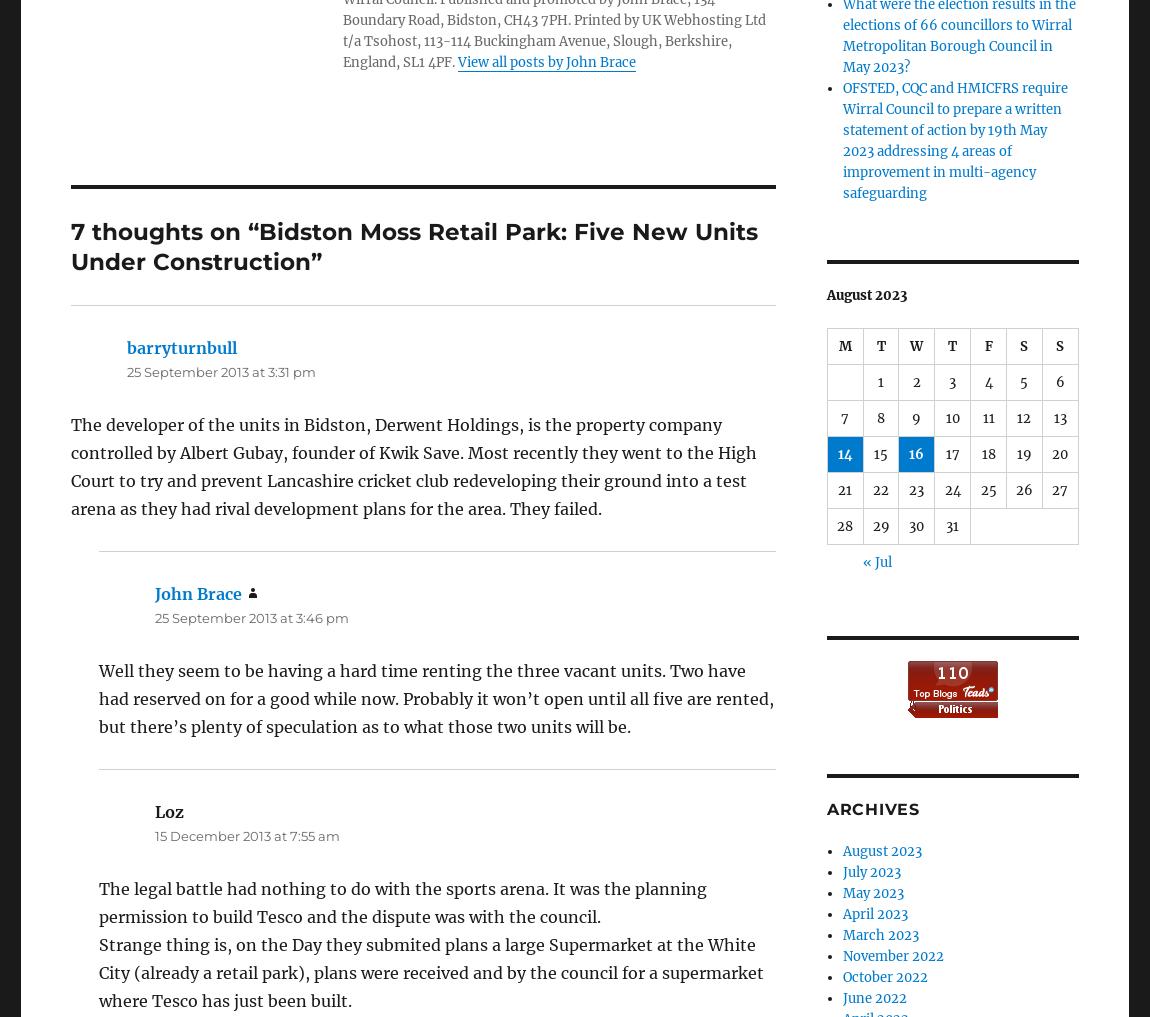  Describe the element at coordinates (916, 526) in the screenshot. I see `'30'` at that location.